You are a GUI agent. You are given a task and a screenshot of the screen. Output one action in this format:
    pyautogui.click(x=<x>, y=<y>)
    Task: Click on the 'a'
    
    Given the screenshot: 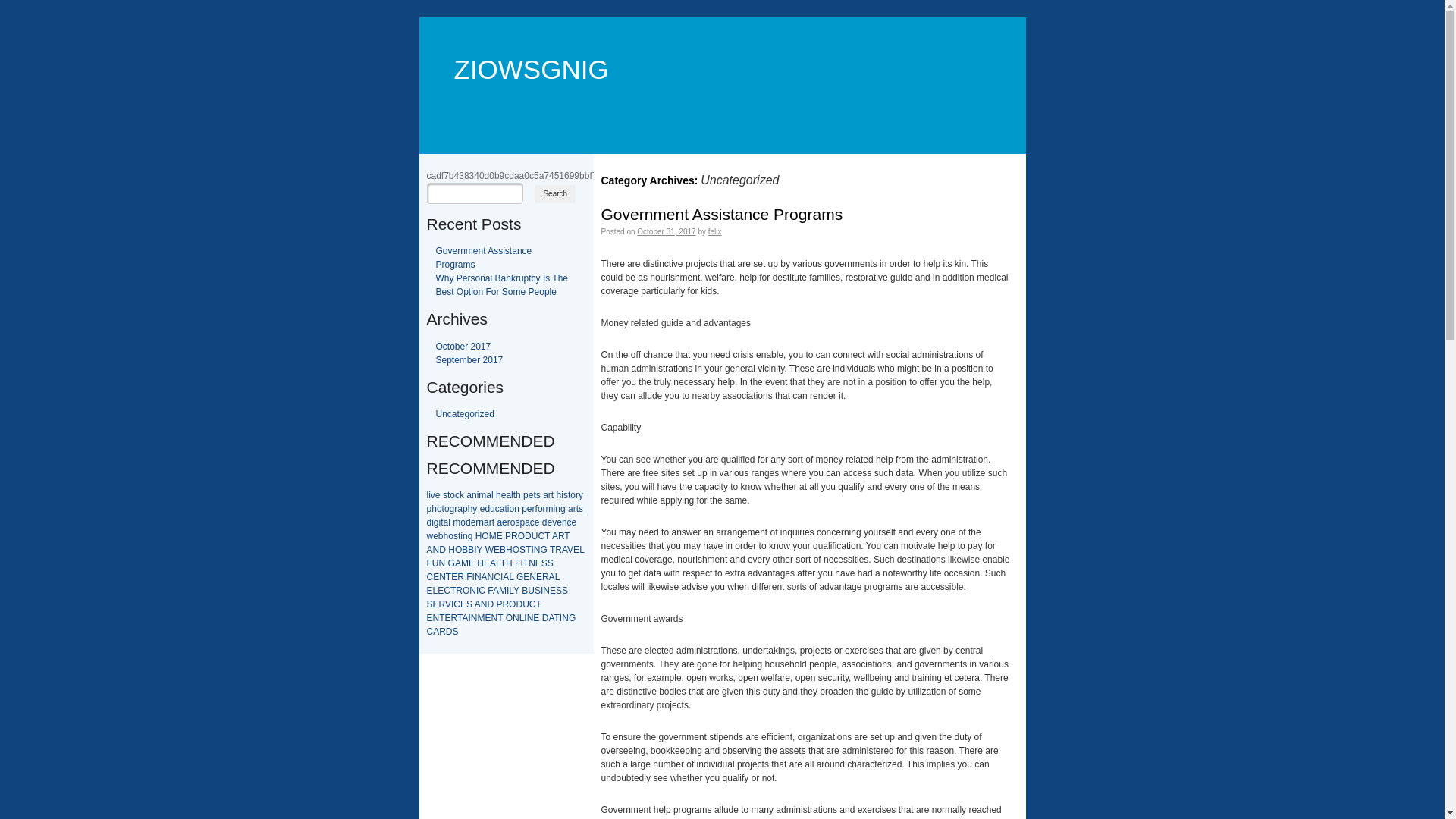 What is the action you would take?
    pyautogui.click(x=486, y=522)
    